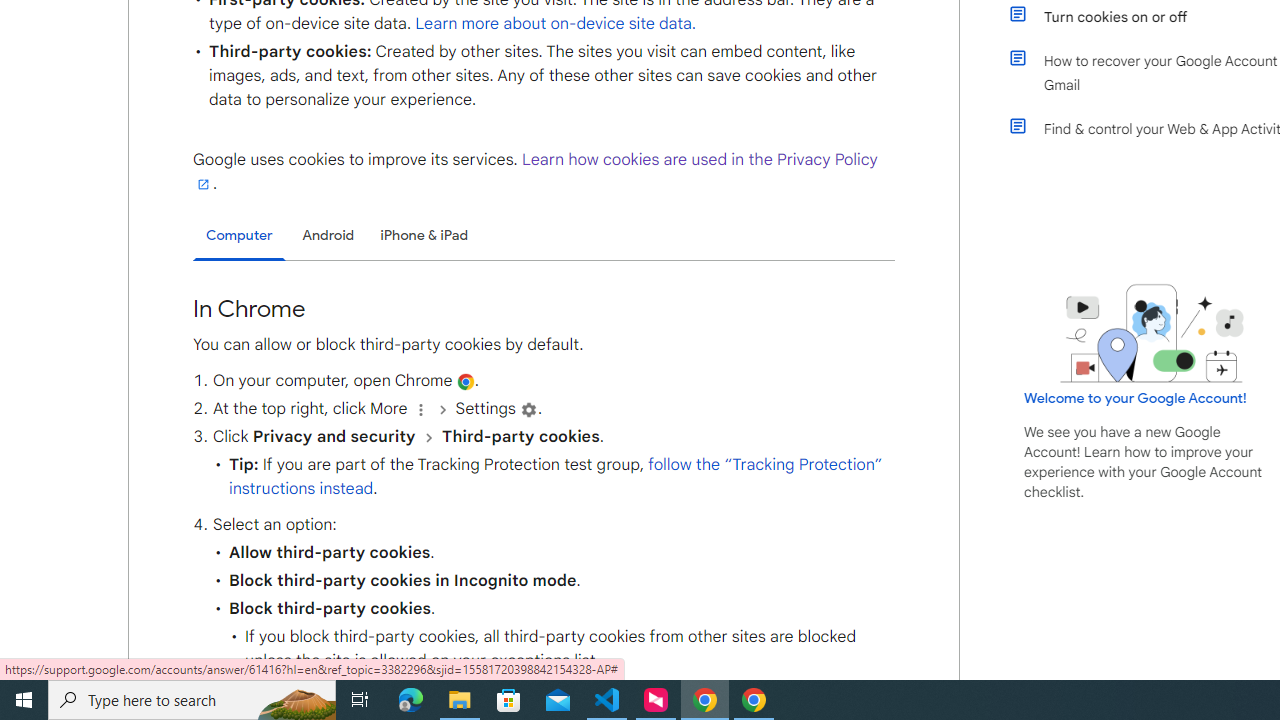 The height and width of the screenshot is (720, 1280). I want to click on 'Welcome to your Google Account!', so click(1135, 397).